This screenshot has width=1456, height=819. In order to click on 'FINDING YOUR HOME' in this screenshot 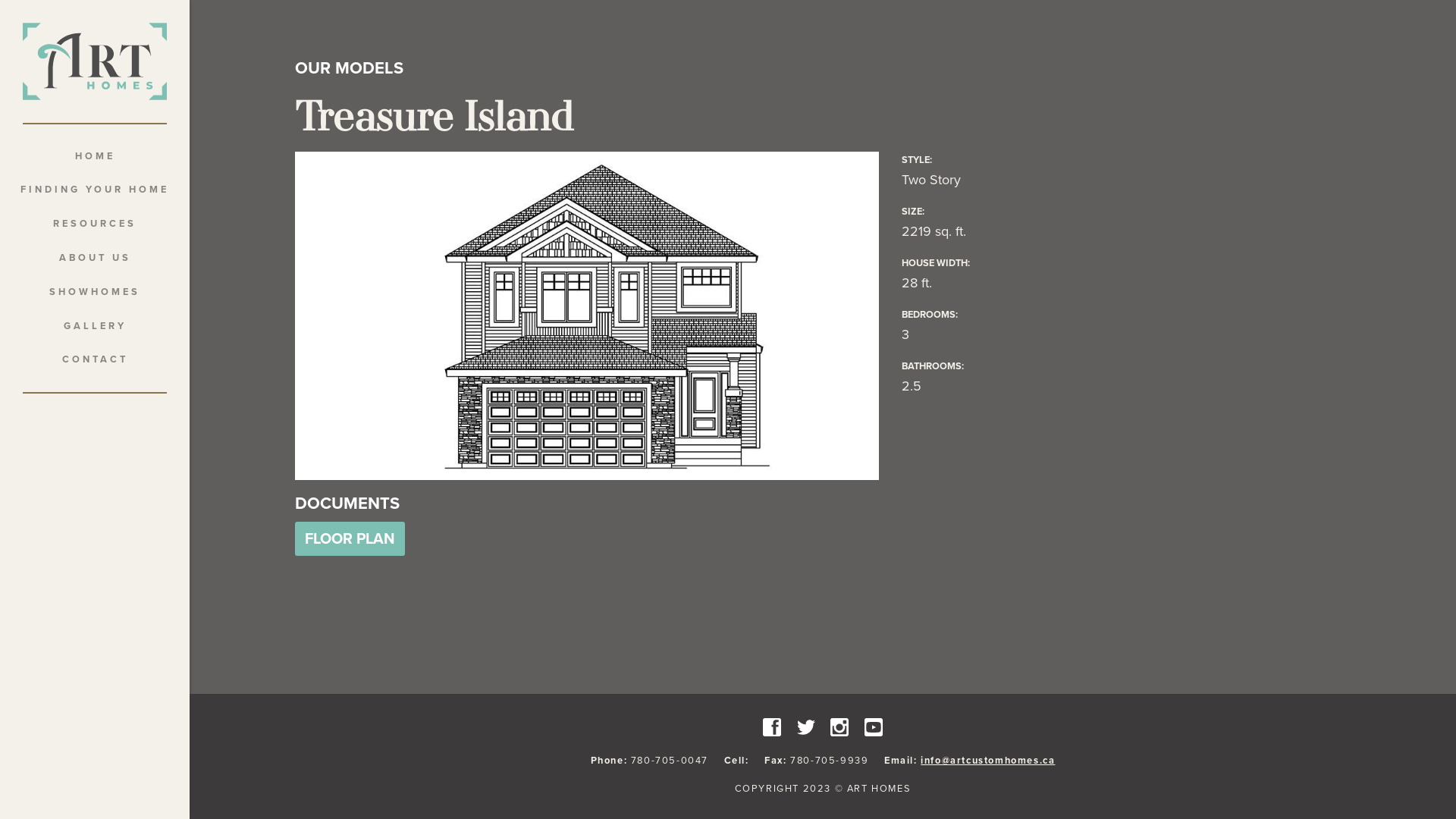, I will do `click(93, 189)`.